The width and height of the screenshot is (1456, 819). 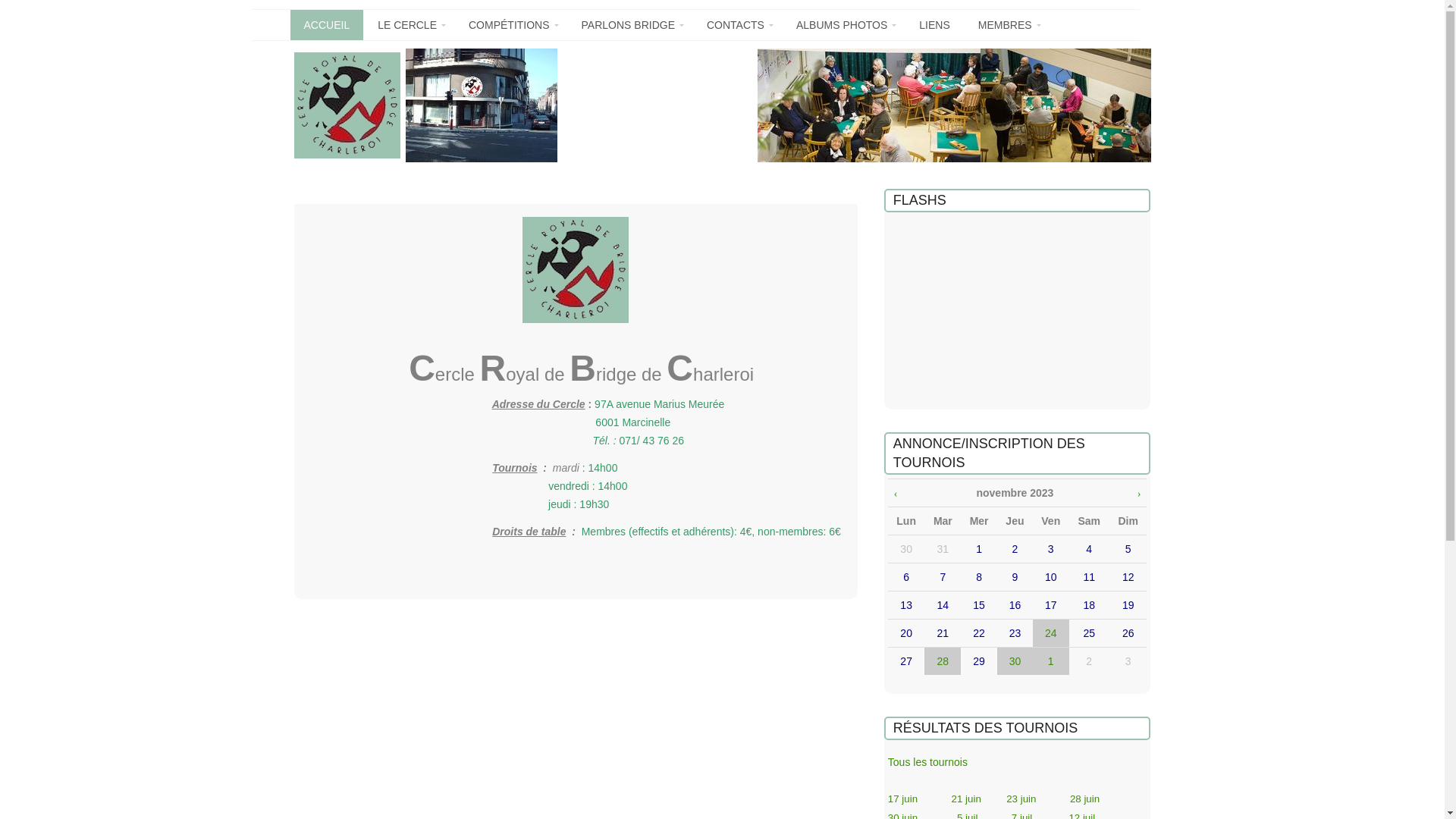 I want to click on '30', so click(x=1015, y=660).